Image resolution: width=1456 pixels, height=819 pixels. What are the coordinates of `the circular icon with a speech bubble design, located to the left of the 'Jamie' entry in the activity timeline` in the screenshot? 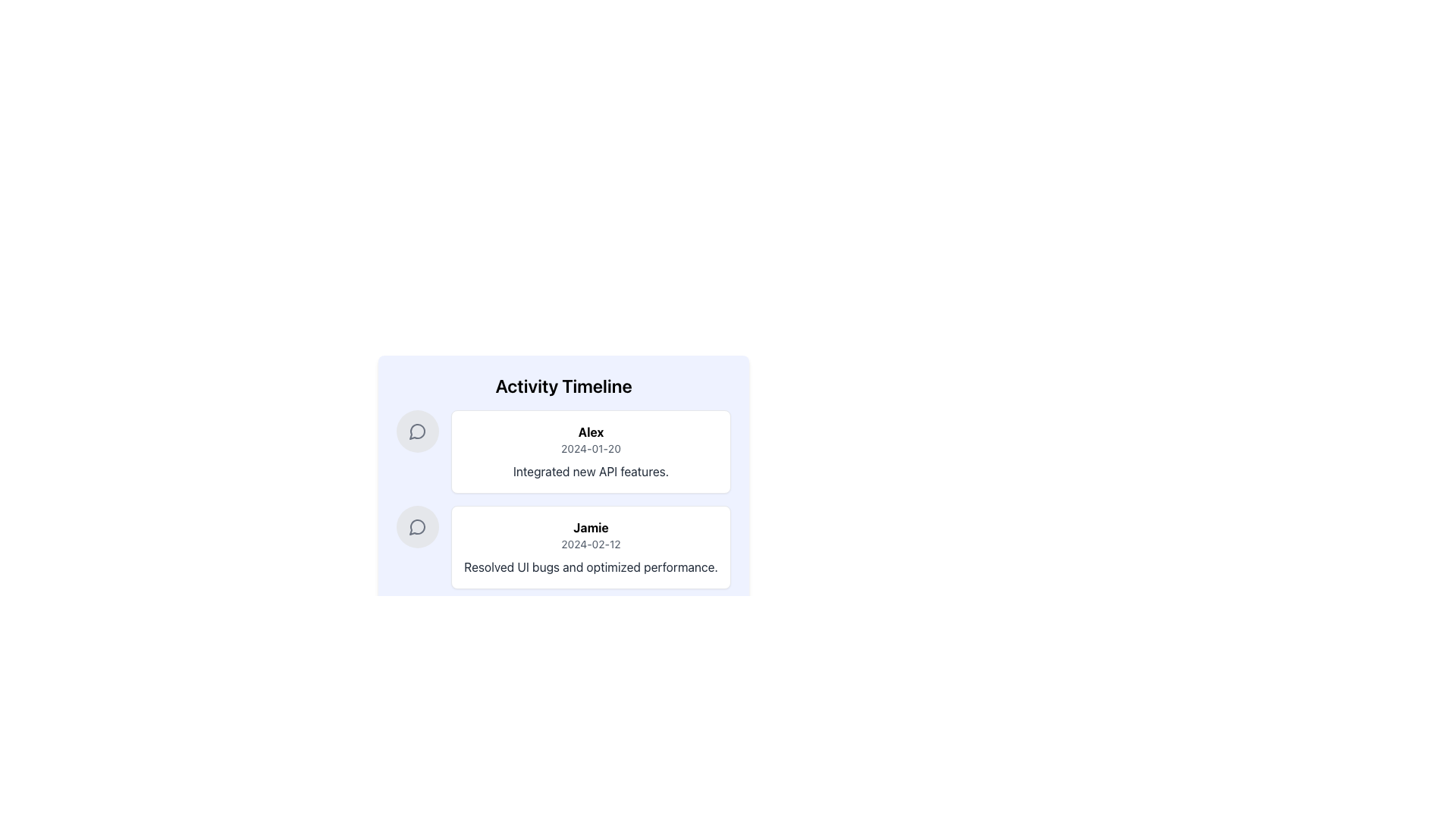 It's located at (418, 526).